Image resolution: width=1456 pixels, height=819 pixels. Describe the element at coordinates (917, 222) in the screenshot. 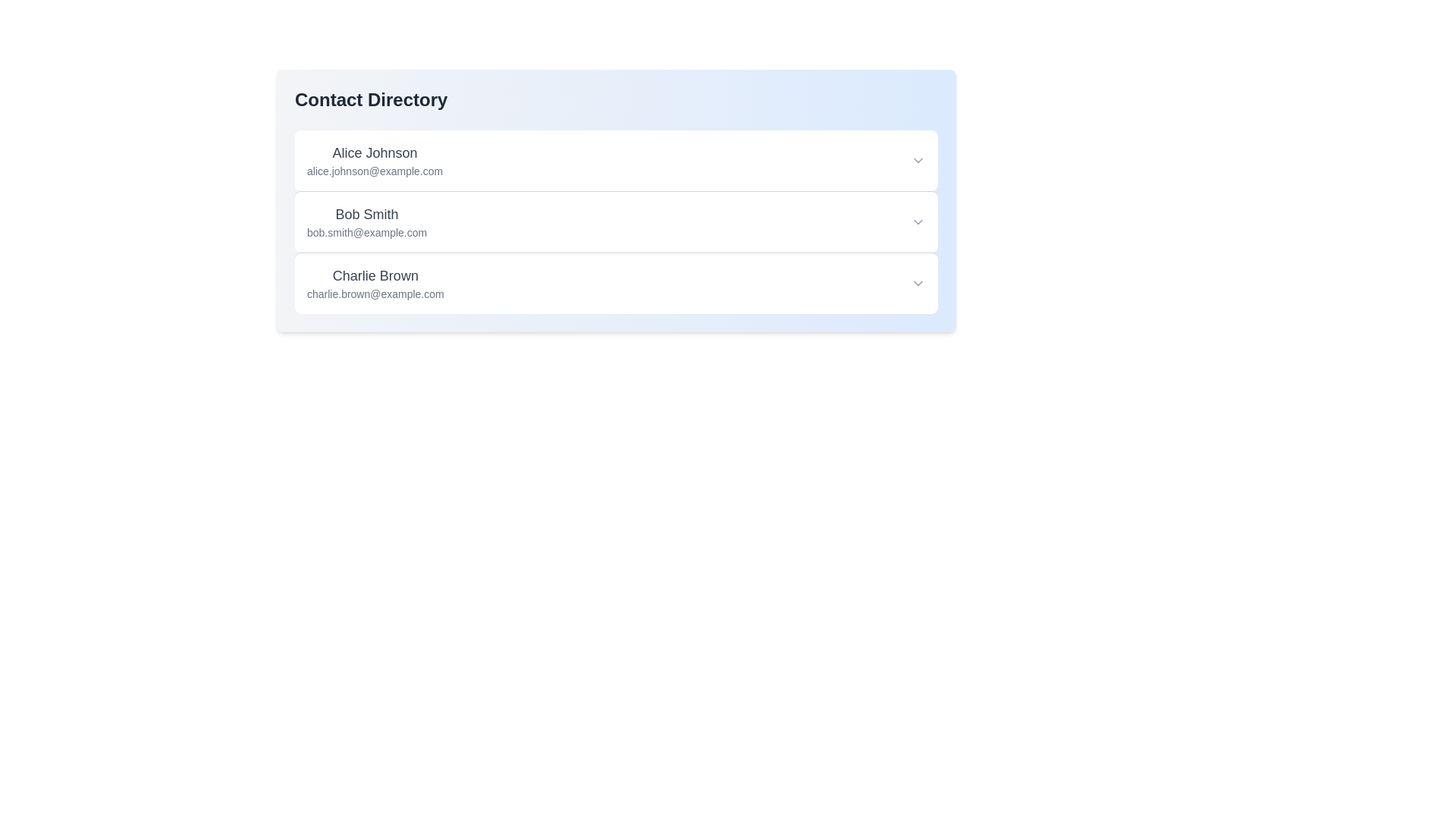

I see `the small downward-pointing chevron icon button at the far-right edge of the contact information section for 'Bob Smith'` at that location.